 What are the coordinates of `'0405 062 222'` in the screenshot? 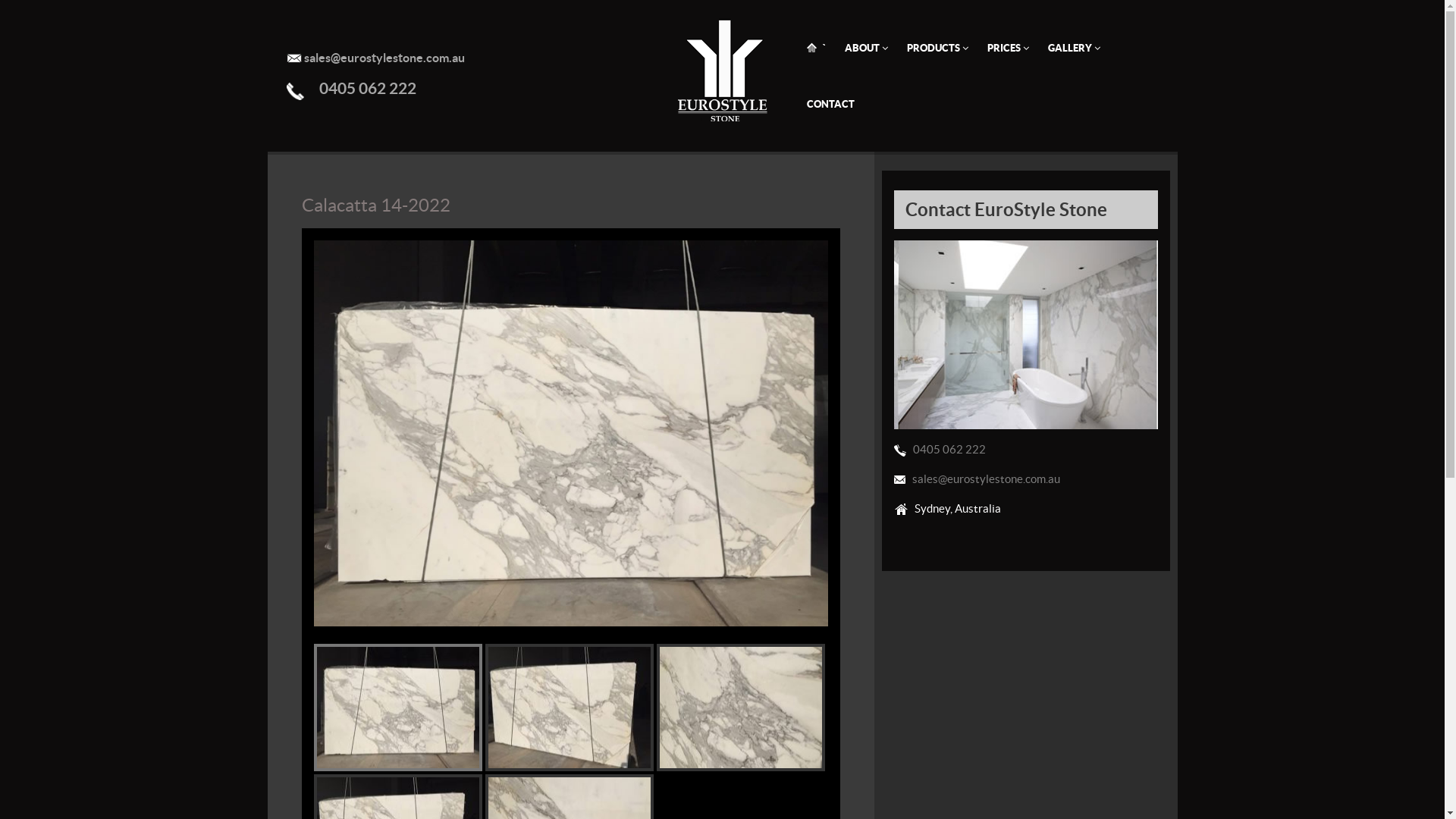 It's located at (367, 87).